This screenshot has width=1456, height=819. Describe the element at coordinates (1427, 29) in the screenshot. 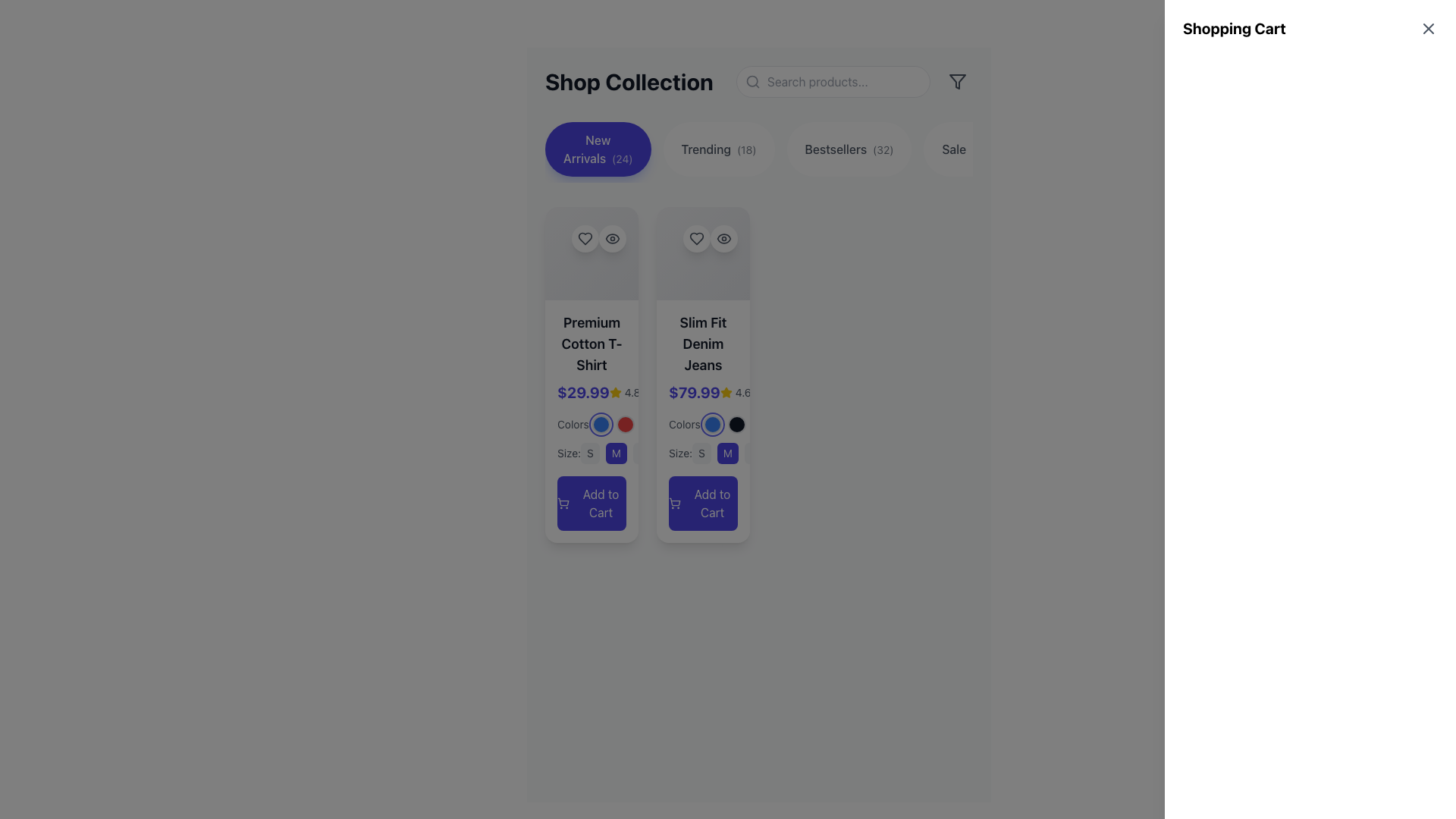

I see `the close icon represented by a simple cross symbol located in the top-right corner of the interface near the 'Shopping Cart' title` at that location.